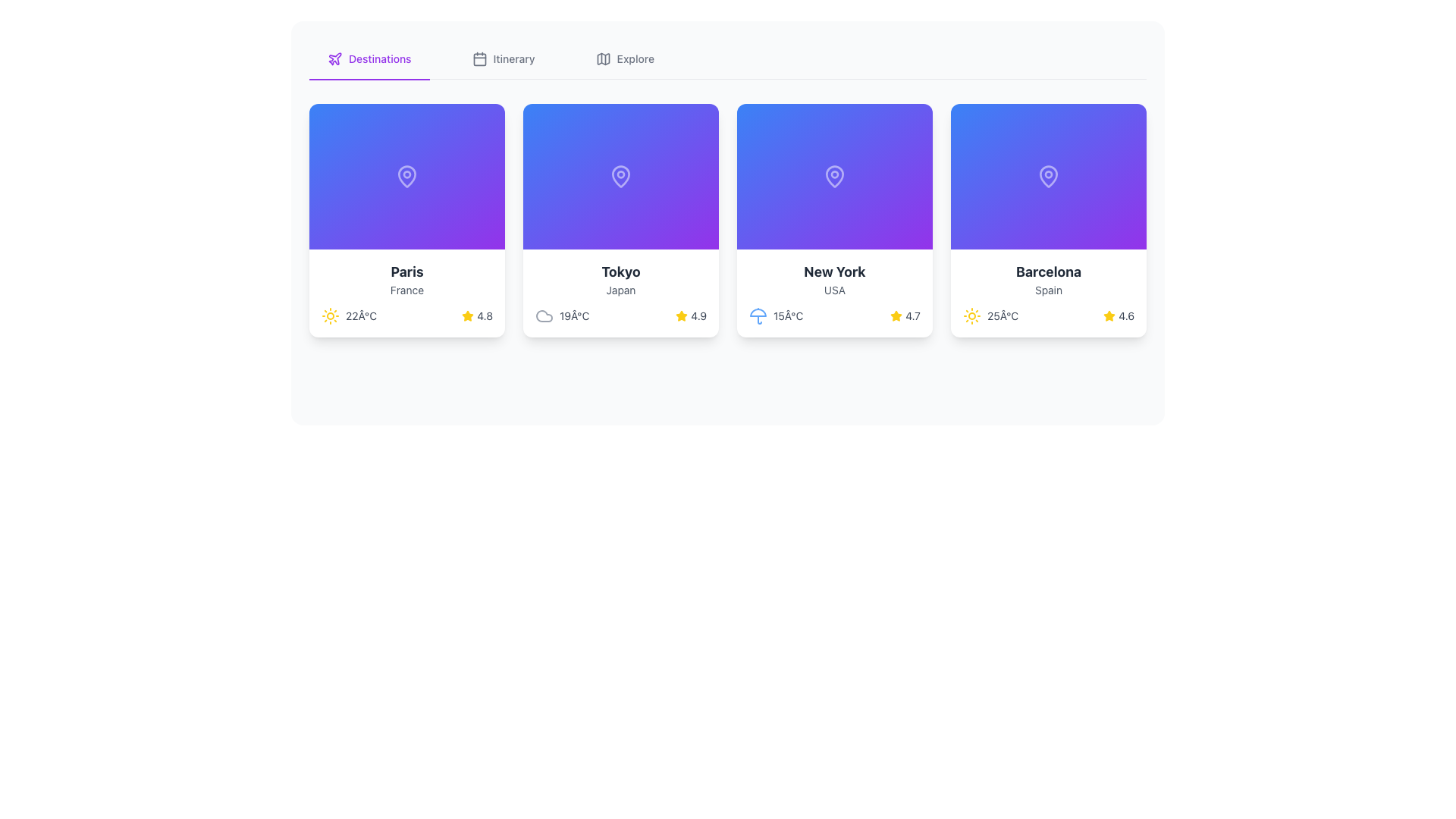 The width and height of the screenshot is (1456, 819). I want to click on details of the New York card, which is the third card in a grid layout, located between the Tokyo and Barcelona cards, so click(833, 220).